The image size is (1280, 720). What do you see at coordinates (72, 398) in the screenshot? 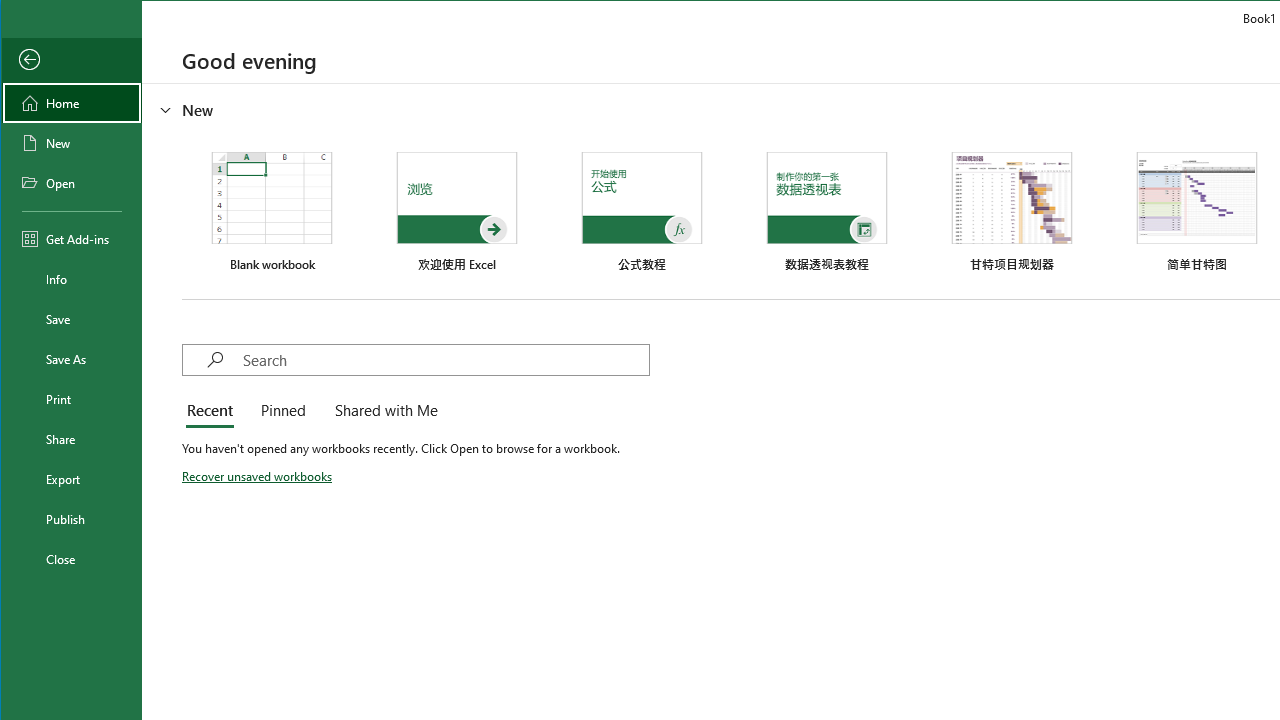
I see `'Print'` at bounding box center [72, 398].